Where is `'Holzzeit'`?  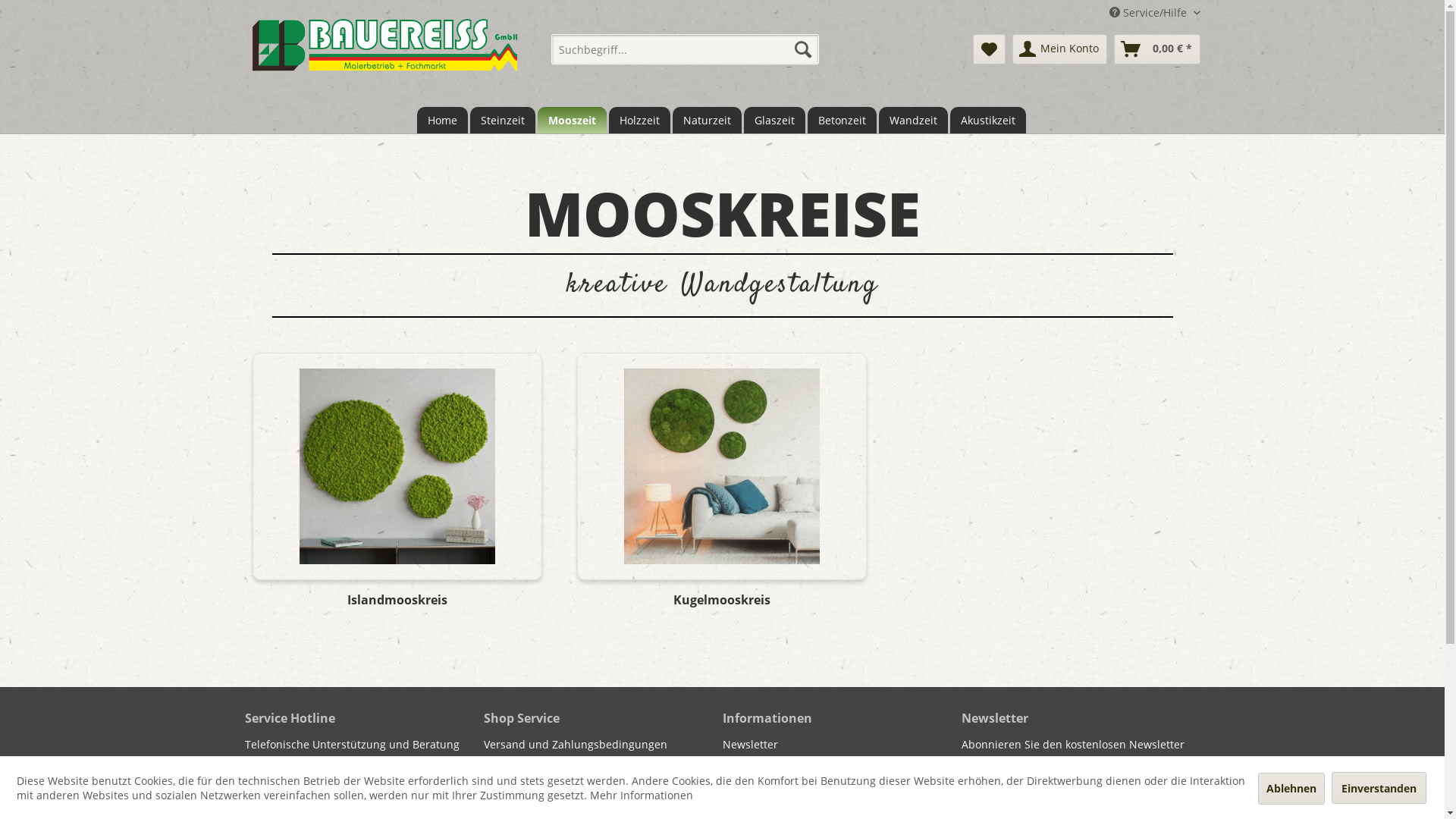 'Holzzeit' is located at coordinates (639, 119).